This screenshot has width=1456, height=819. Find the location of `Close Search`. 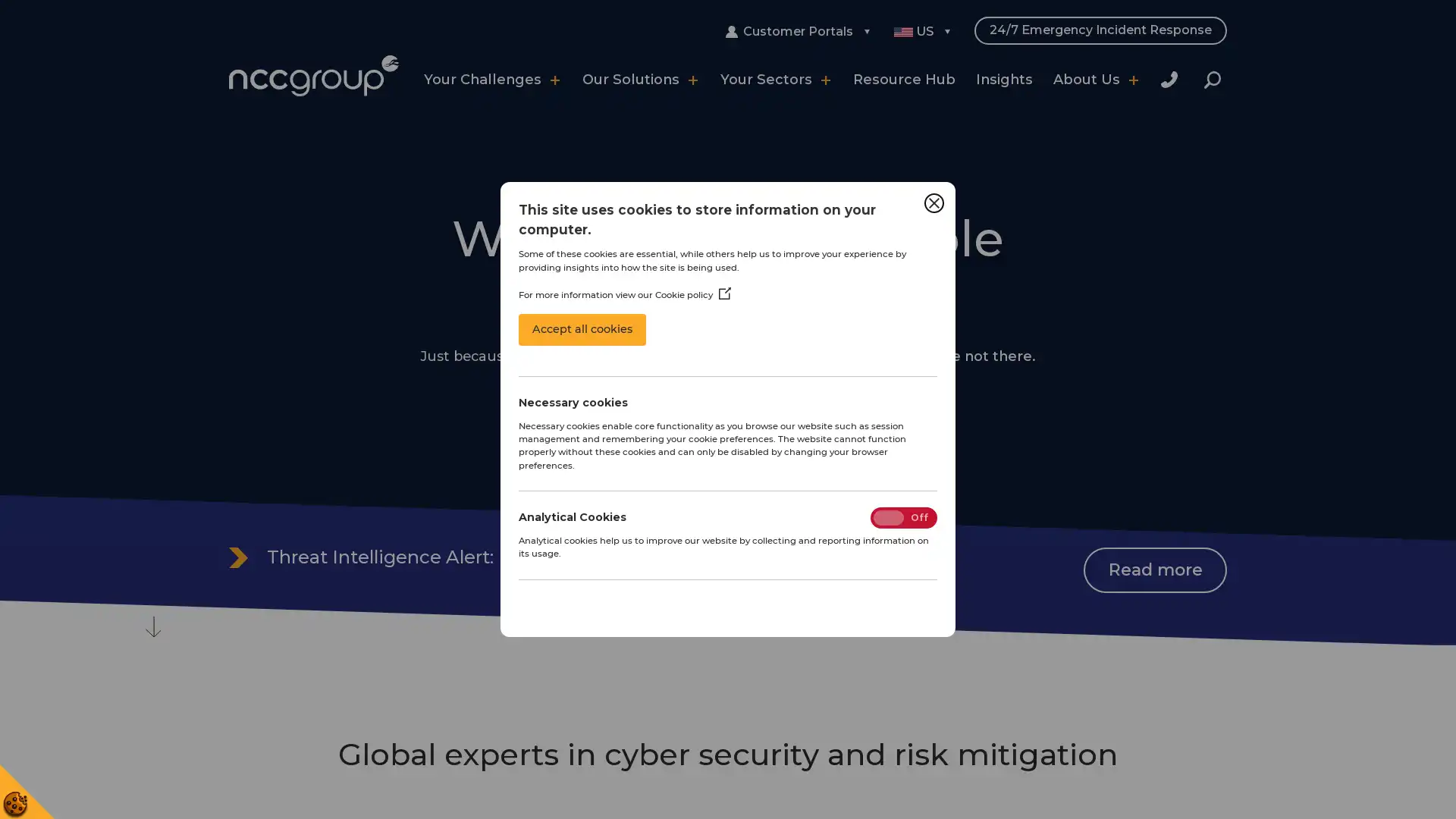

Close Search is located at coordinates (1163, 133).